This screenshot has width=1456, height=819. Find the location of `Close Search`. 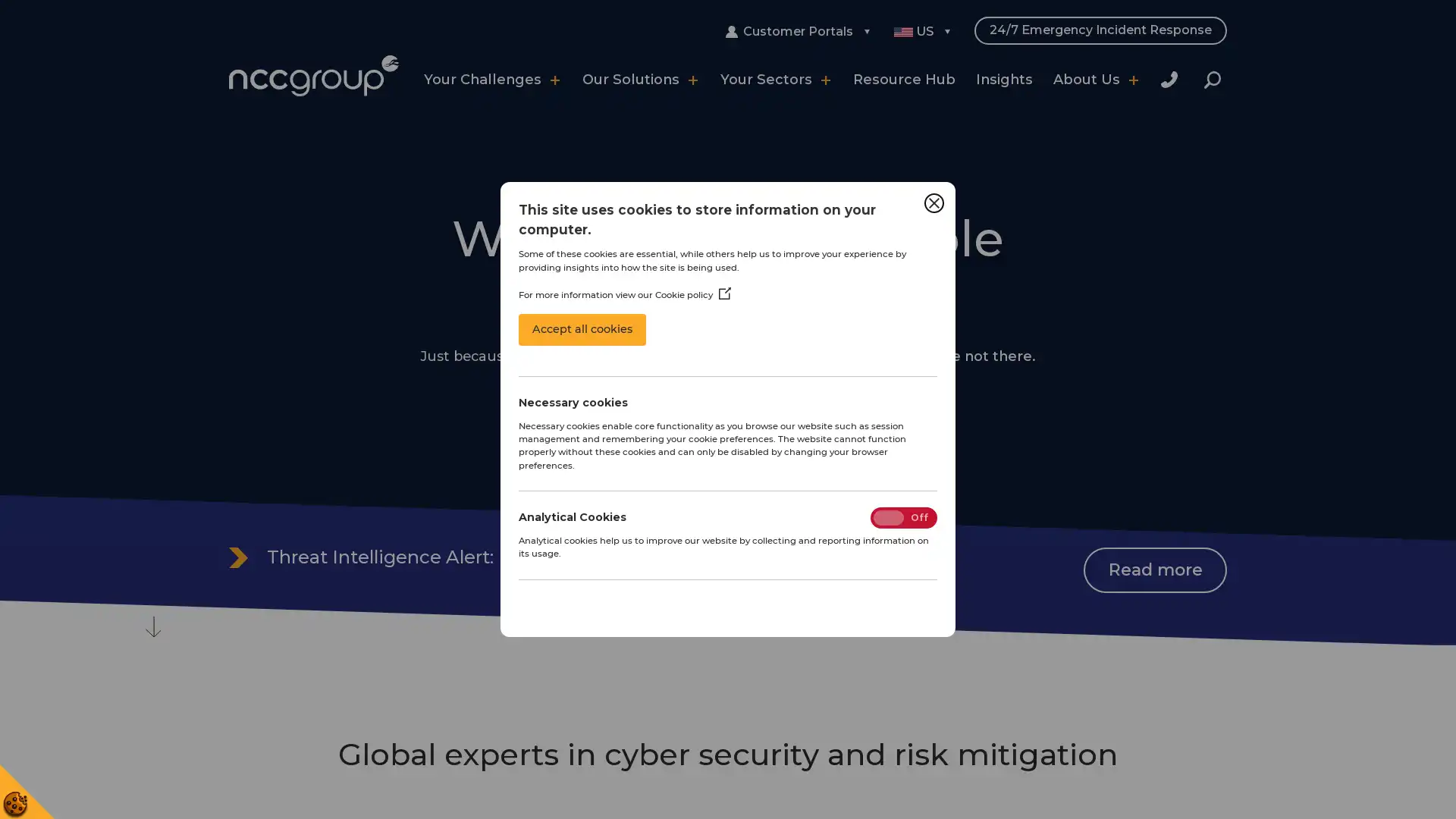

Close Search is located at coordinates (1163, 133).